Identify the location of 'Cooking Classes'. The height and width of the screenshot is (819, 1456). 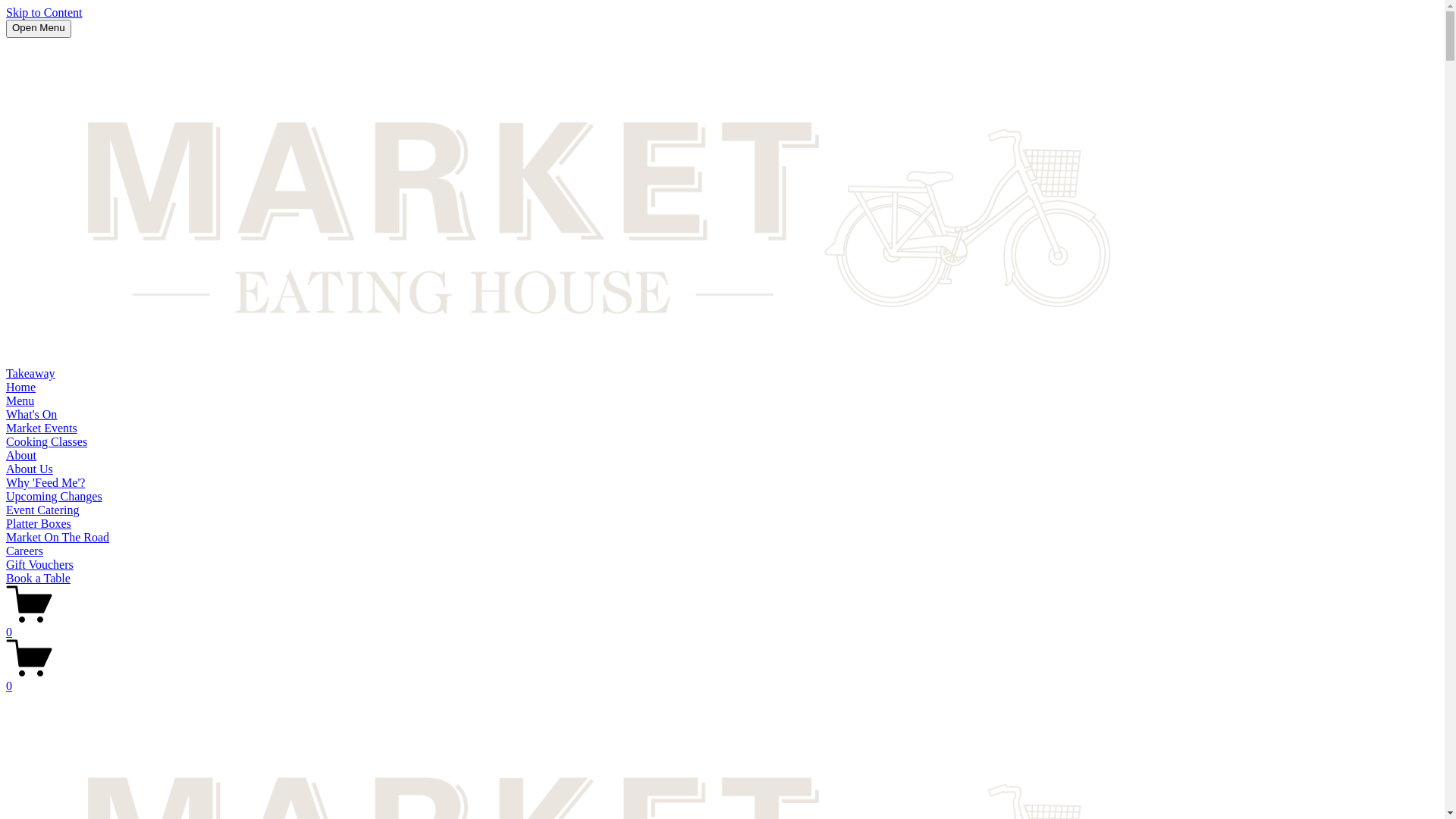
(46, 441).